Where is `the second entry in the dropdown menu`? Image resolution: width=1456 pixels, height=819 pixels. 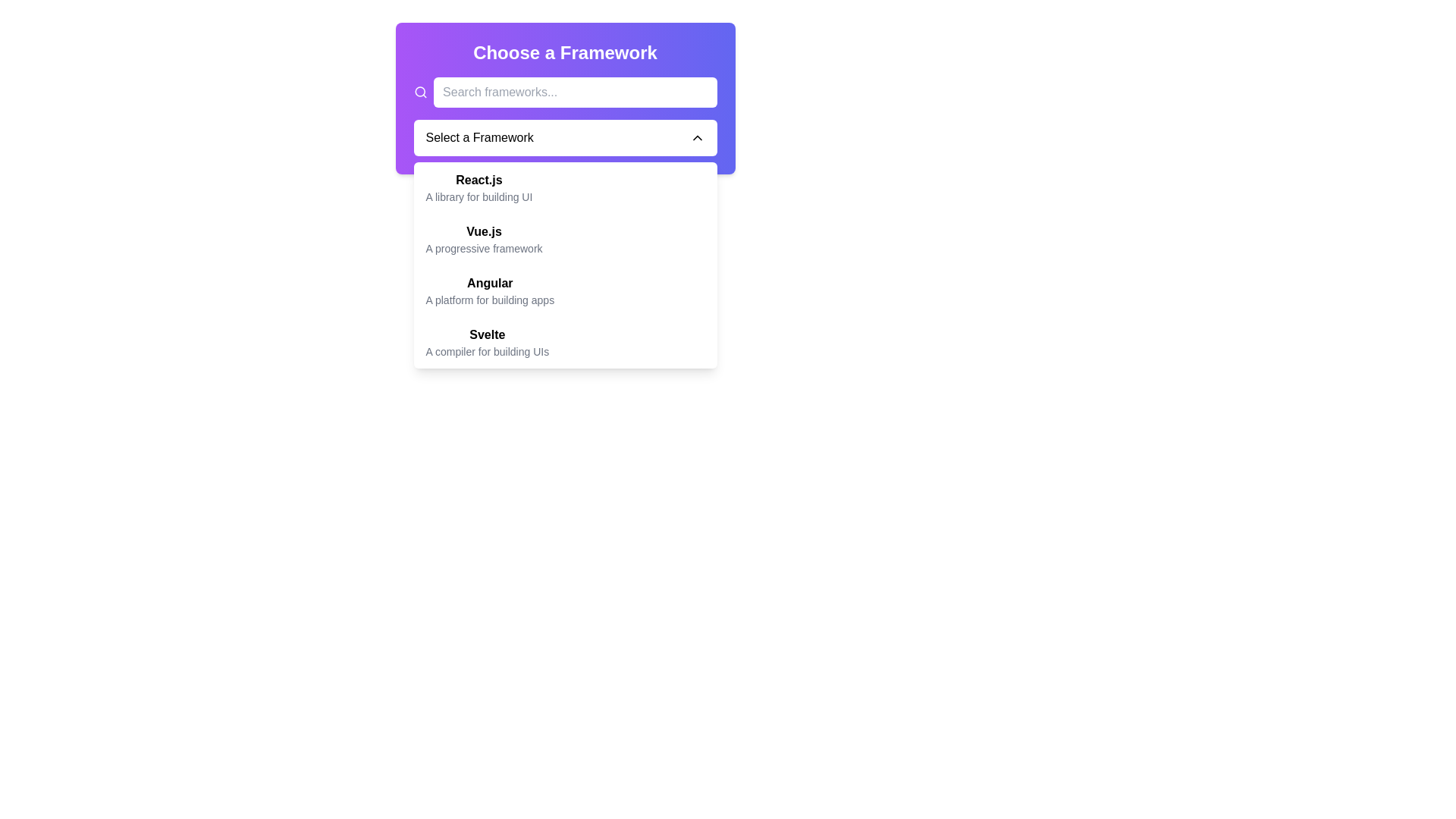 the second entry in the dropdown menu is located at coordinates (564, 239).